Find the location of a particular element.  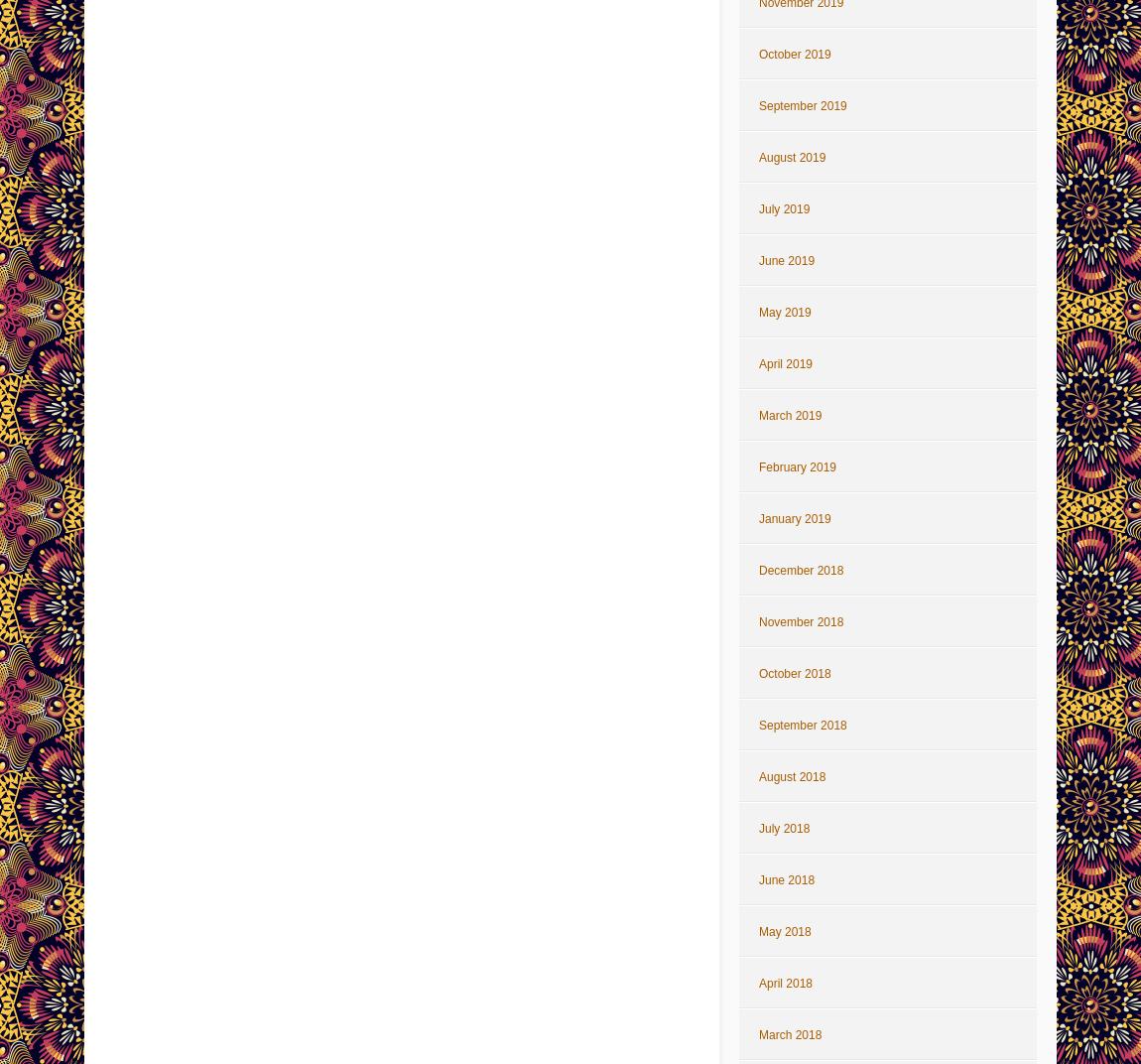

'February 2019' is located at coordinates (796, 467).